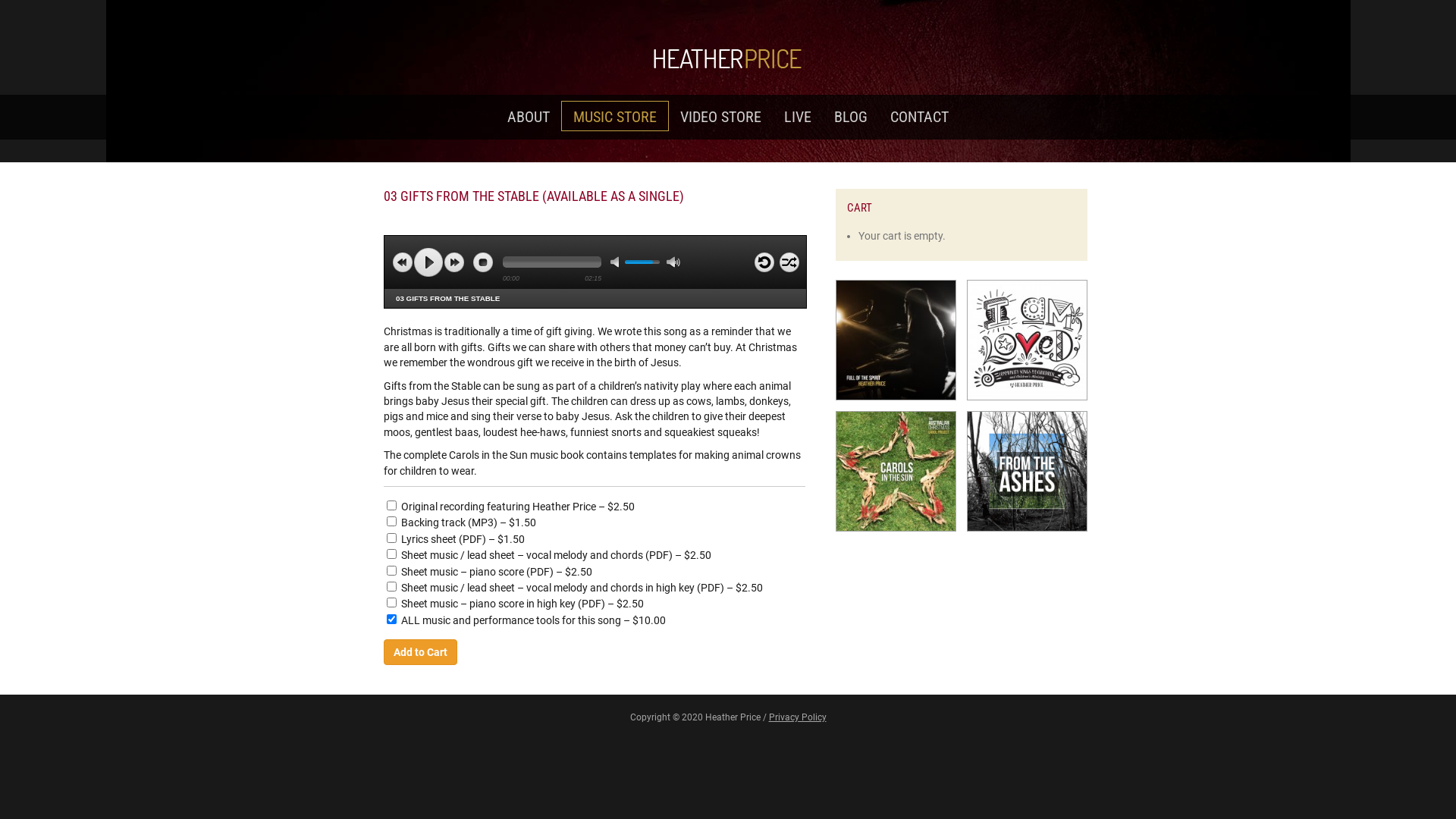  Describe the element at coordinates (615, 115) in the screenshot. I see `'MUSIC STORE'` at that location.